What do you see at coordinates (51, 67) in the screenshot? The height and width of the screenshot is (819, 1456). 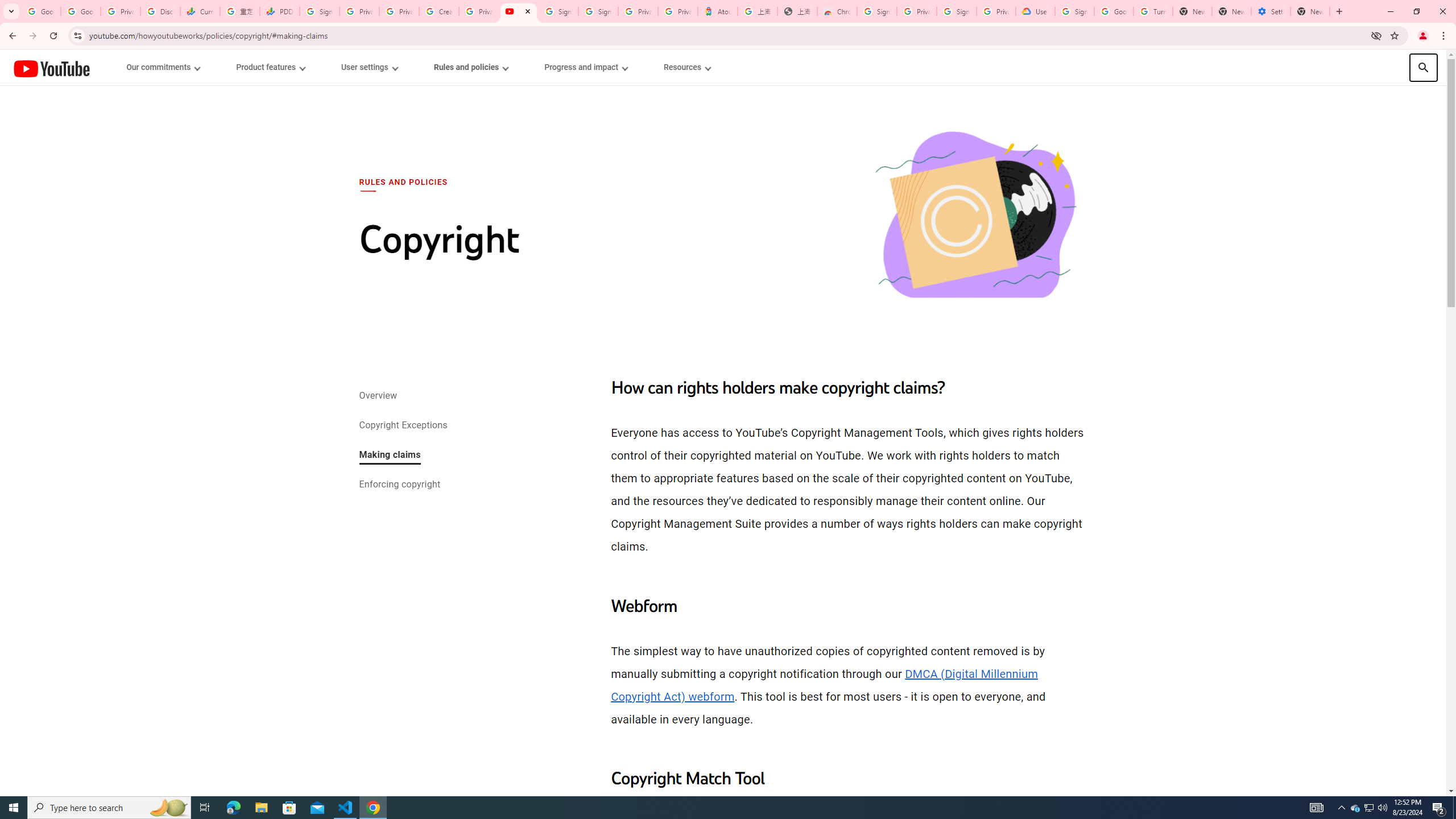 I see `'How YouTube Works'` at bounding box center [51, 67].